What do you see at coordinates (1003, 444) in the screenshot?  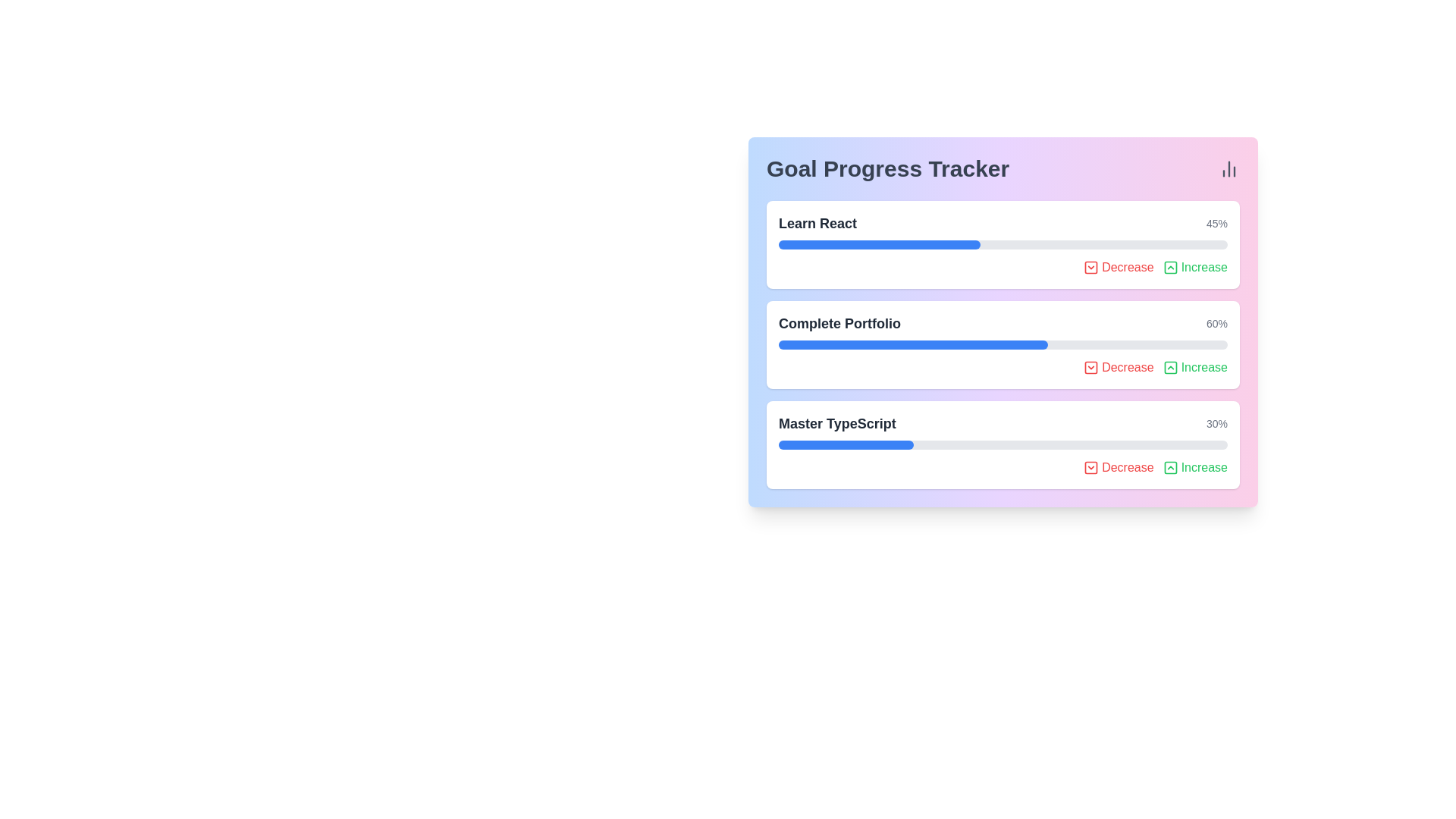 I see `the progress bar of the Progress tracker card, which displays the progress in mastering TypeScript` at bounding box center [1003, 444].